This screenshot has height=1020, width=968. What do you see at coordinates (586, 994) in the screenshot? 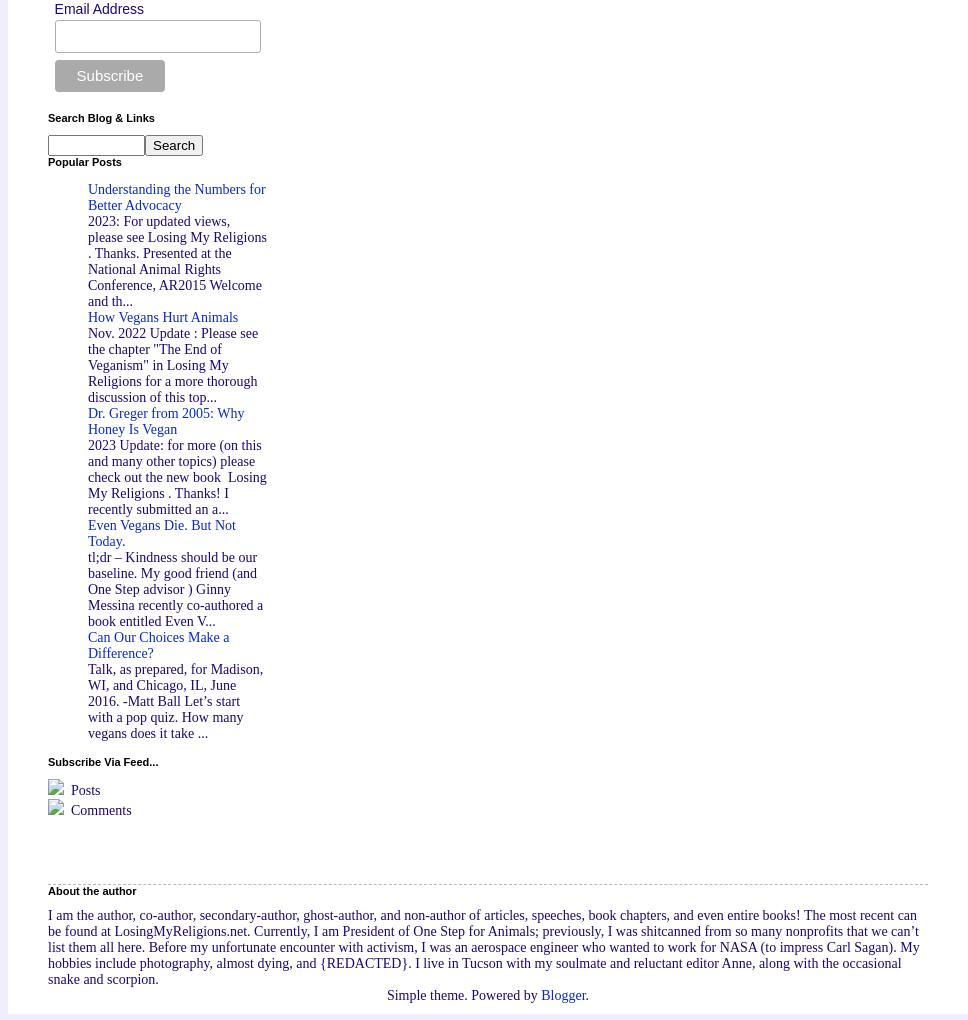
I see `'.'` at bounding box center [586, 994].